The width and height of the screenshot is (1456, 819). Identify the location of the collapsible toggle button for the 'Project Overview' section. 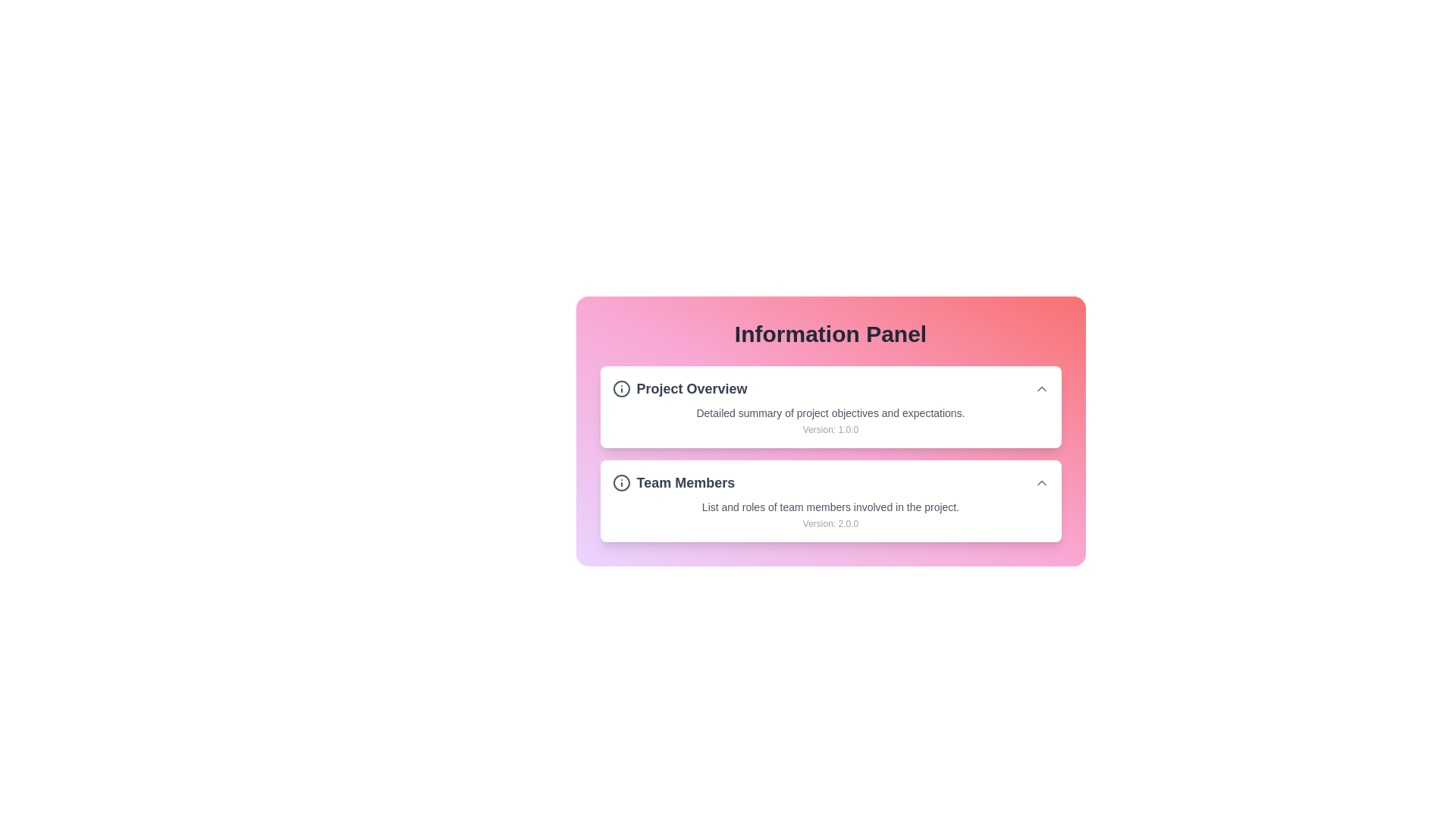
(1040, 388).